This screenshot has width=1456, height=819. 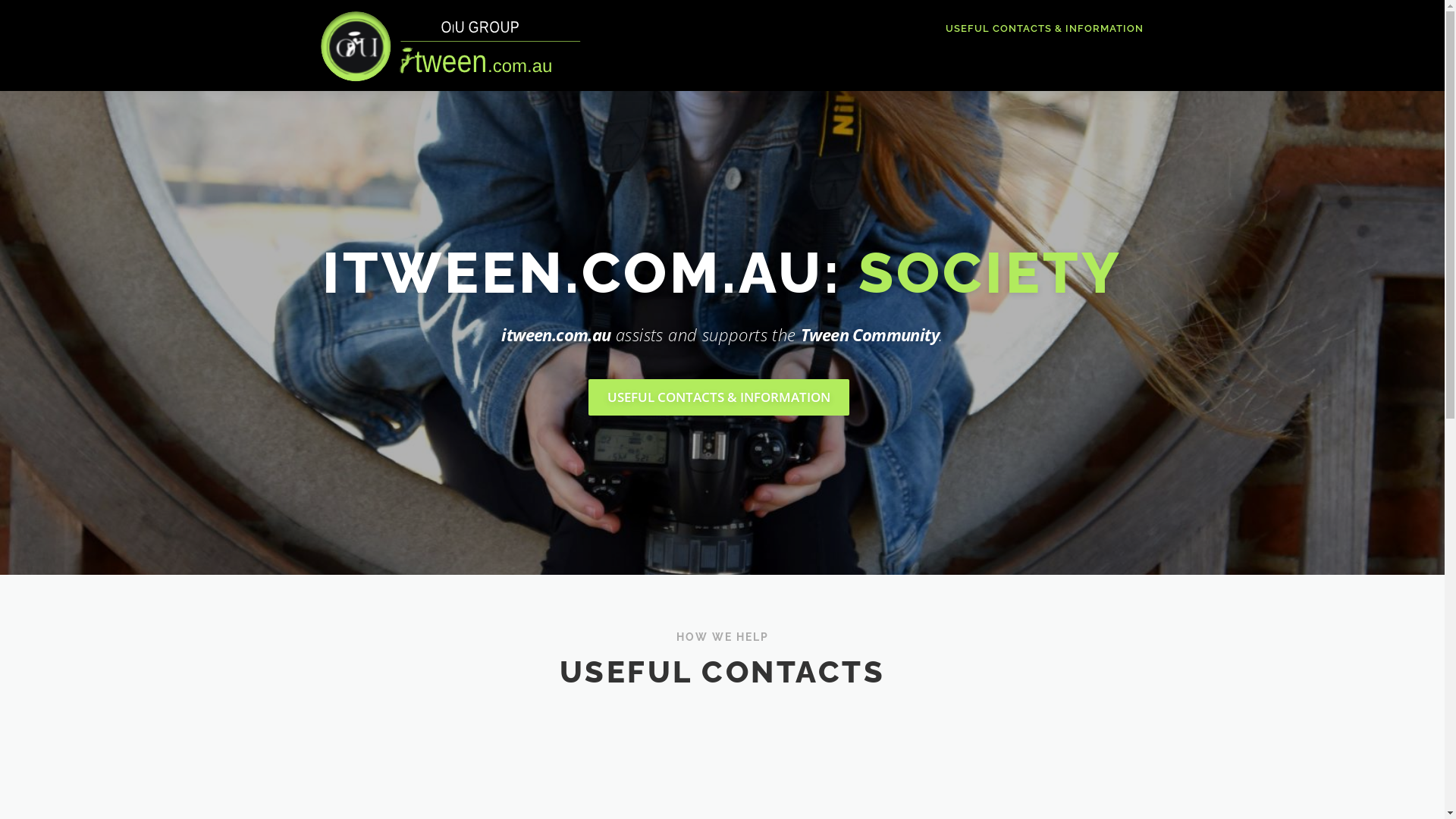 What do you see at coordinates (718, 396) in the screenshot?
I see `'USEFUL CONTACTS & INFORMATION'` at bounding box center [718, 396].